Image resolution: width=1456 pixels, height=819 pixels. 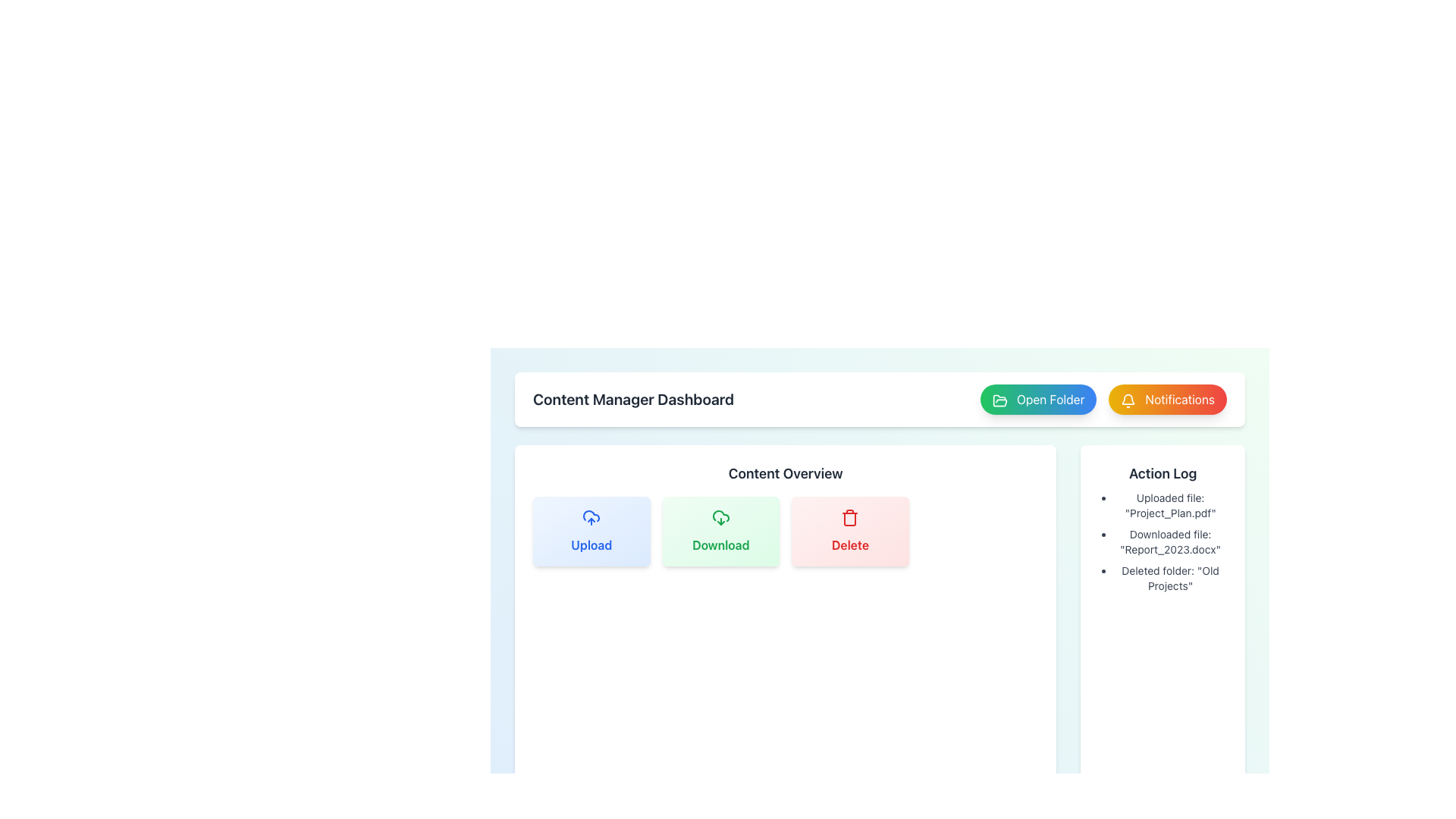 I want to click on the upload icon located within the 'Upload' button in the Content Overview section of the interface, so click(x=591, y=515).